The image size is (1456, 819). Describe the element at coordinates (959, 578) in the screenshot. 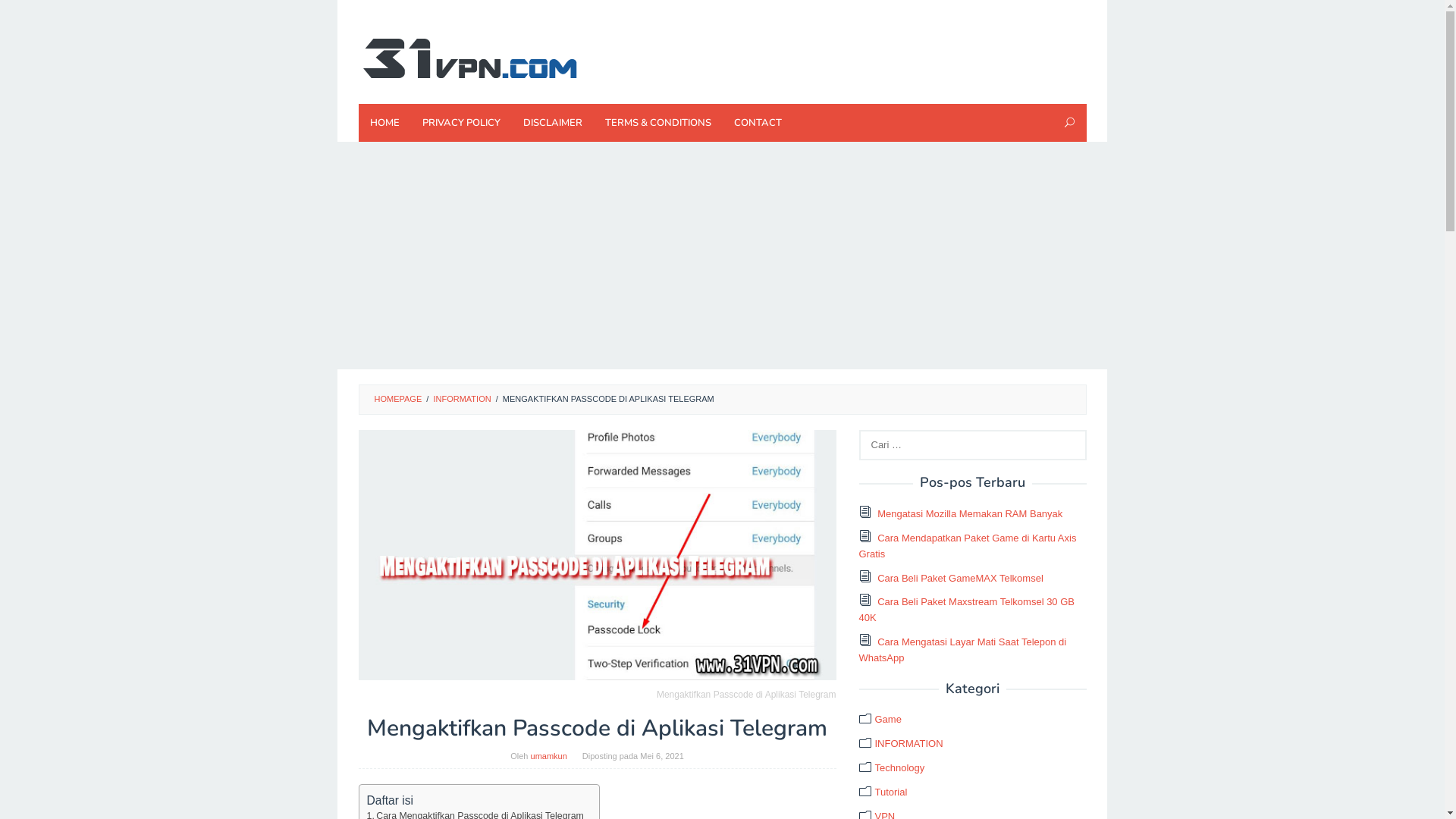

I see `'Cara Beli Paket GameMAX Telkomsel'` at that location.